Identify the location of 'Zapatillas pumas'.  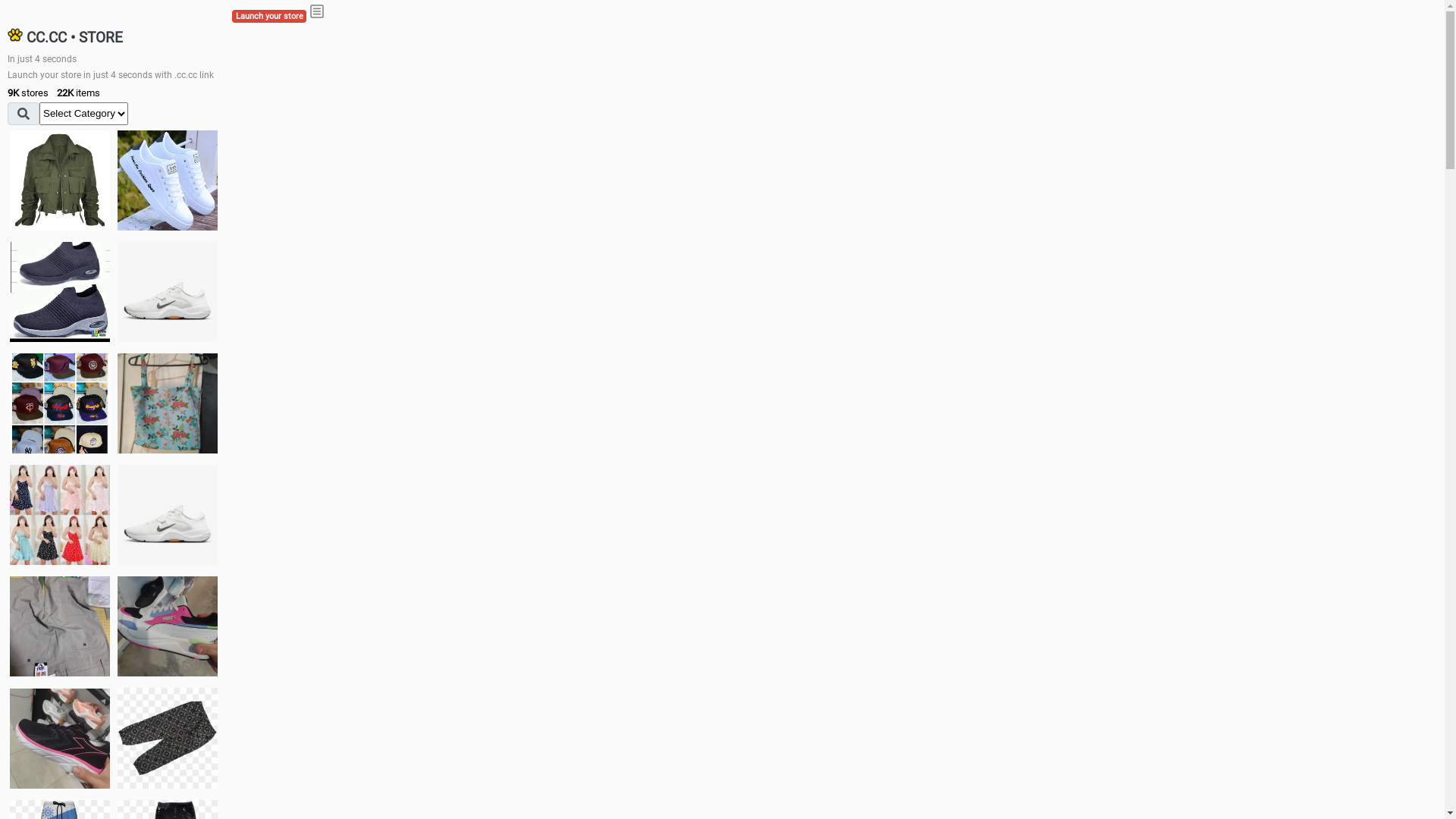
(167, 626).